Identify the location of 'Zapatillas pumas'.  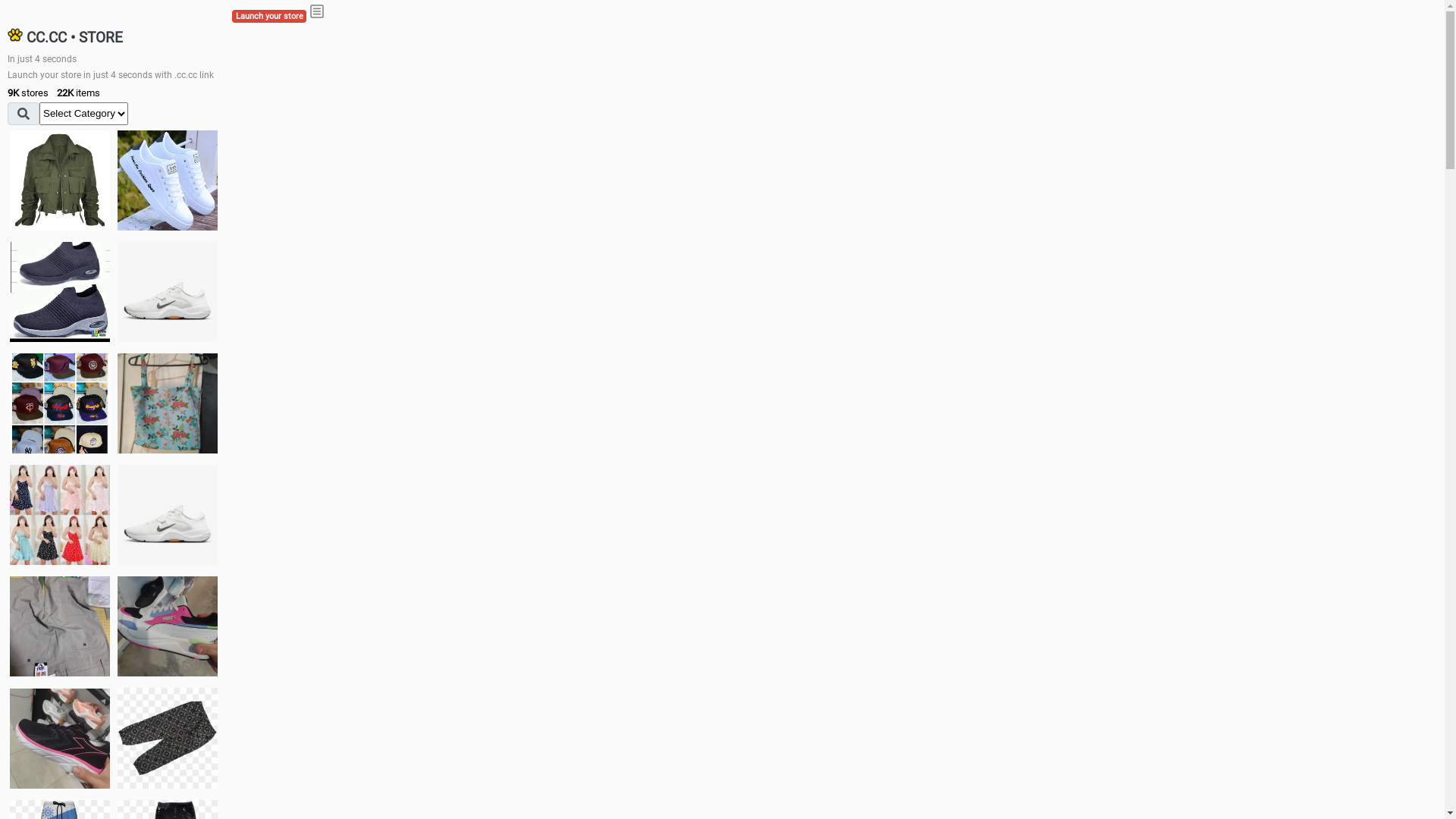
(167, 626).